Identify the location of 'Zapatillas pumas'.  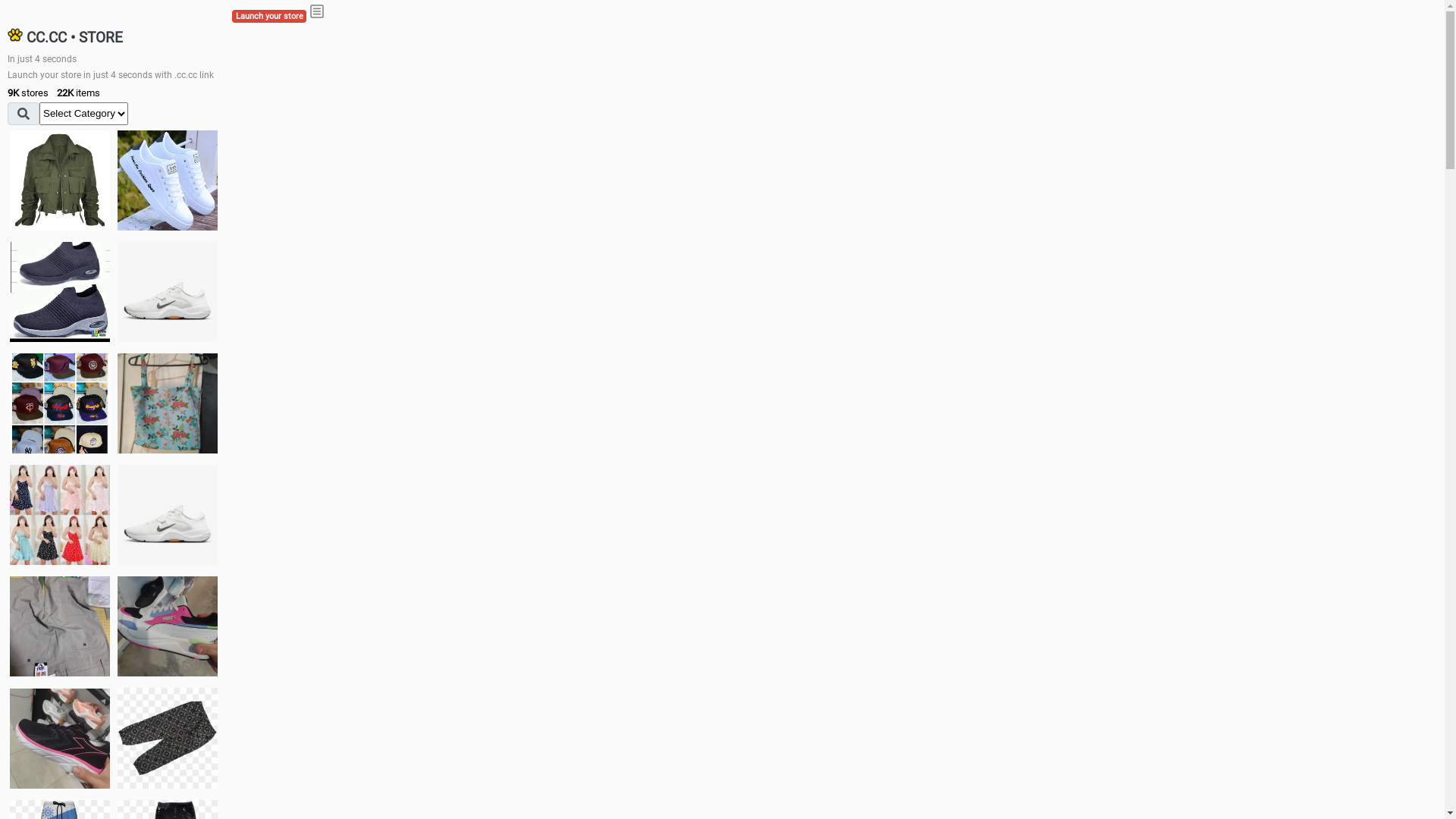
(167, 626).